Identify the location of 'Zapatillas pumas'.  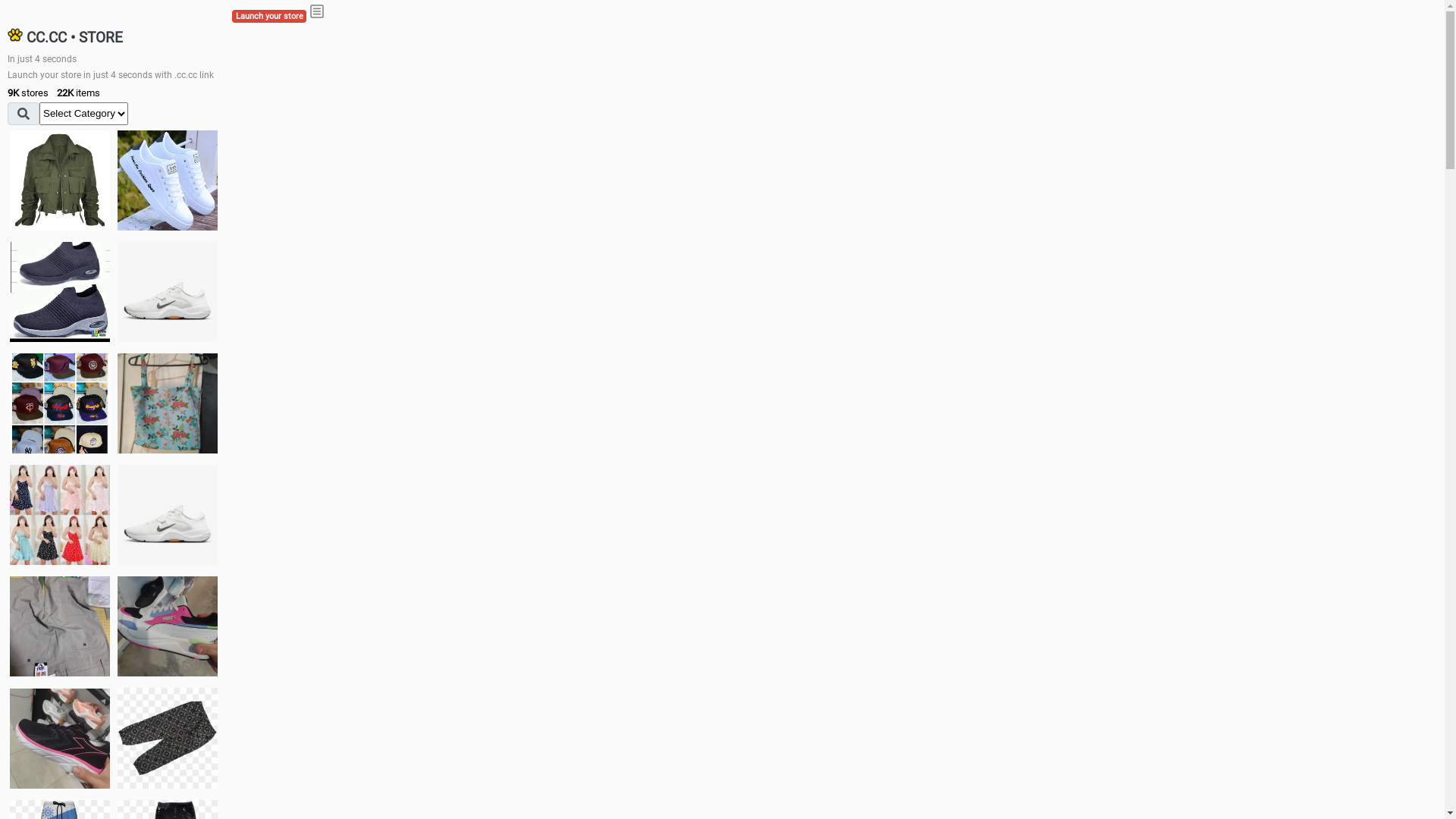
(167, 626).